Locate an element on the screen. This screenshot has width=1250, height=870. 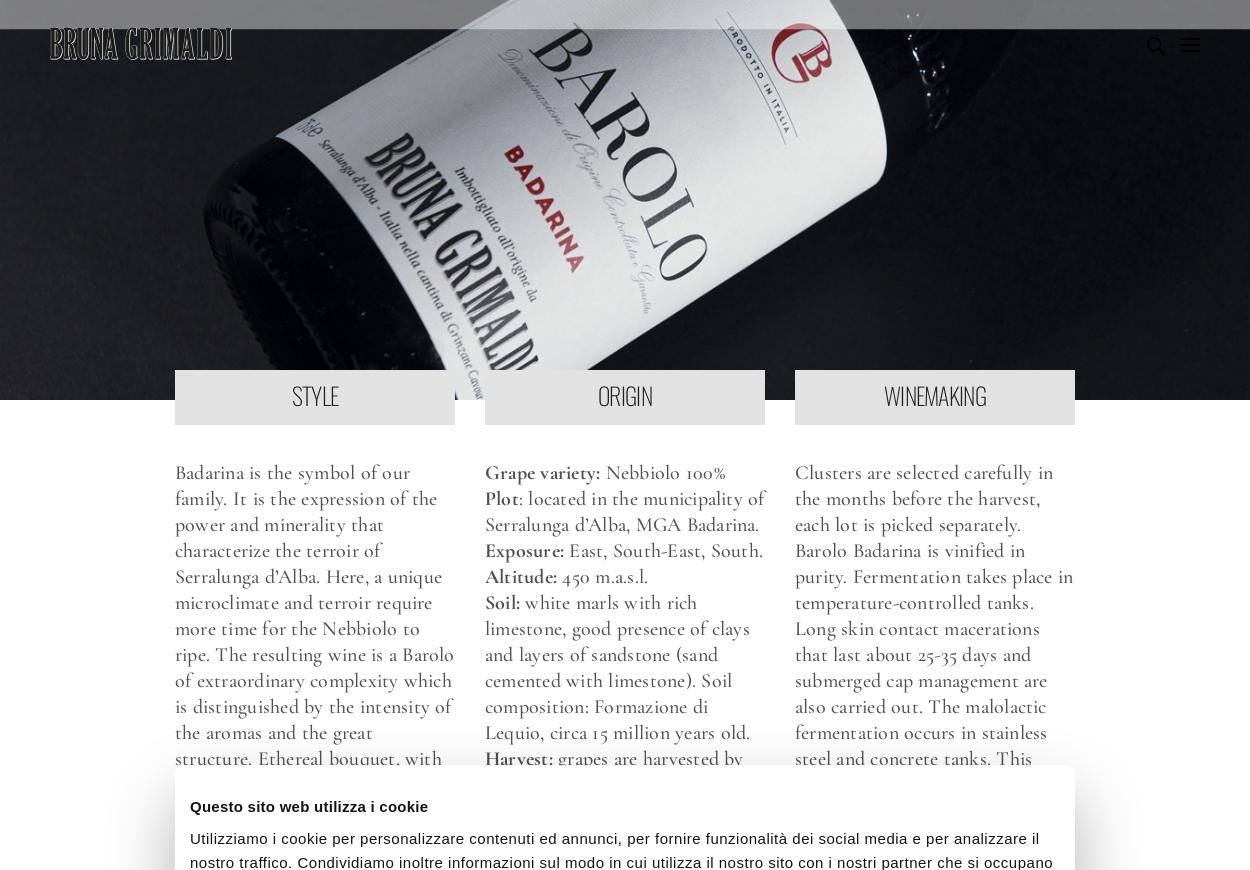
'WINEMAKING' is located at coordinates (934, 394).